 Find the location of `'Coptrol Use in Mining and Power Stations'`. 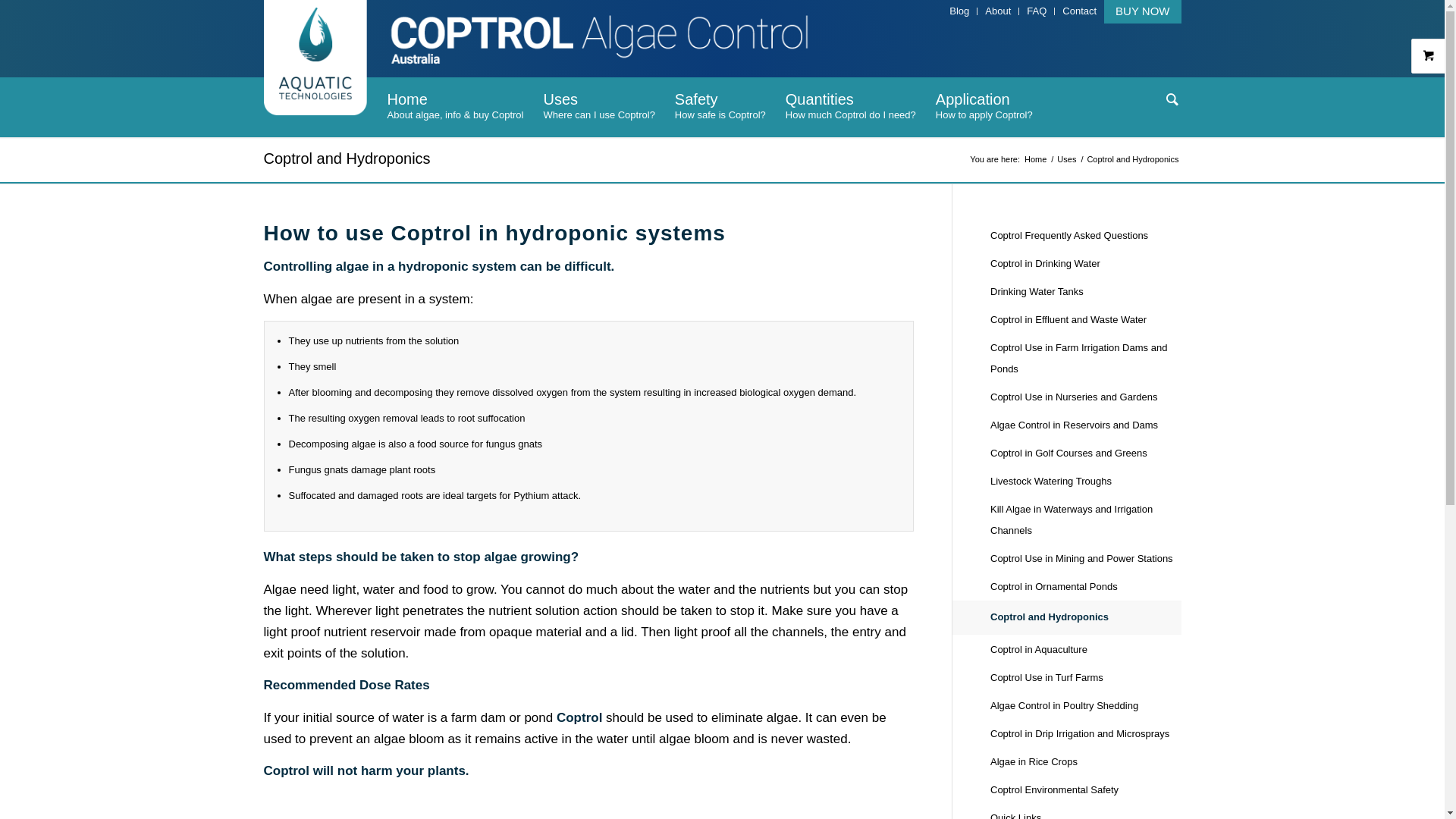

'Coptrol Use in Mining and Power Stations' is located at coordinates (1084, 559).